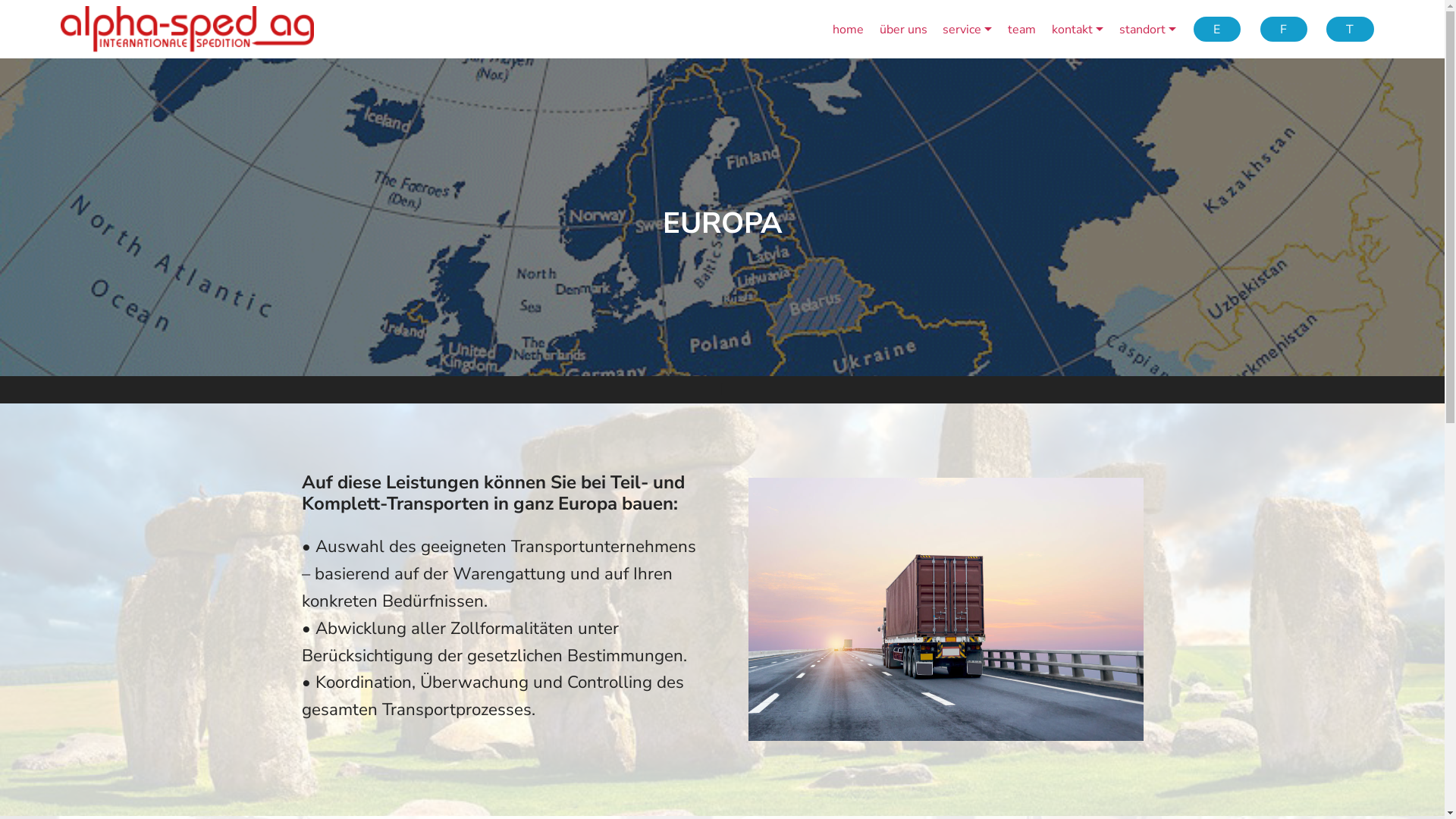 The width and height of the screenshot is (1456, 819). What do you see at coordinates (966, 29) in the screenshot?
I see `'service'` at bounding box center [966, 29].